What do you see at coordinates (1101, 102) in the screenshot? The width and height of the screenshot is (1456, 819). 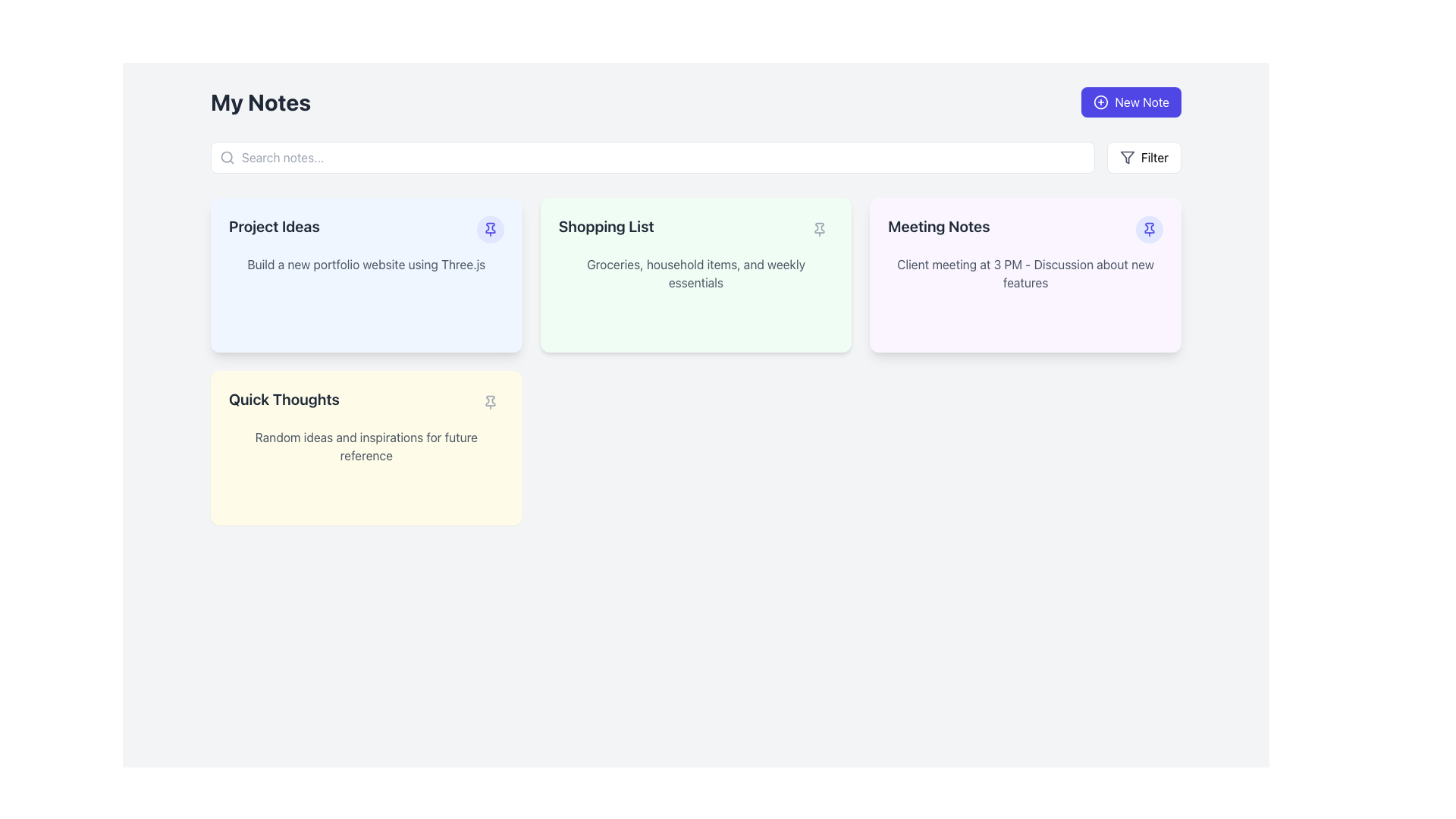 I see `the decorative graphical circle element located at the far top-right of the interface, next to the 'New Note' button` at bounding box center [1101, 102].